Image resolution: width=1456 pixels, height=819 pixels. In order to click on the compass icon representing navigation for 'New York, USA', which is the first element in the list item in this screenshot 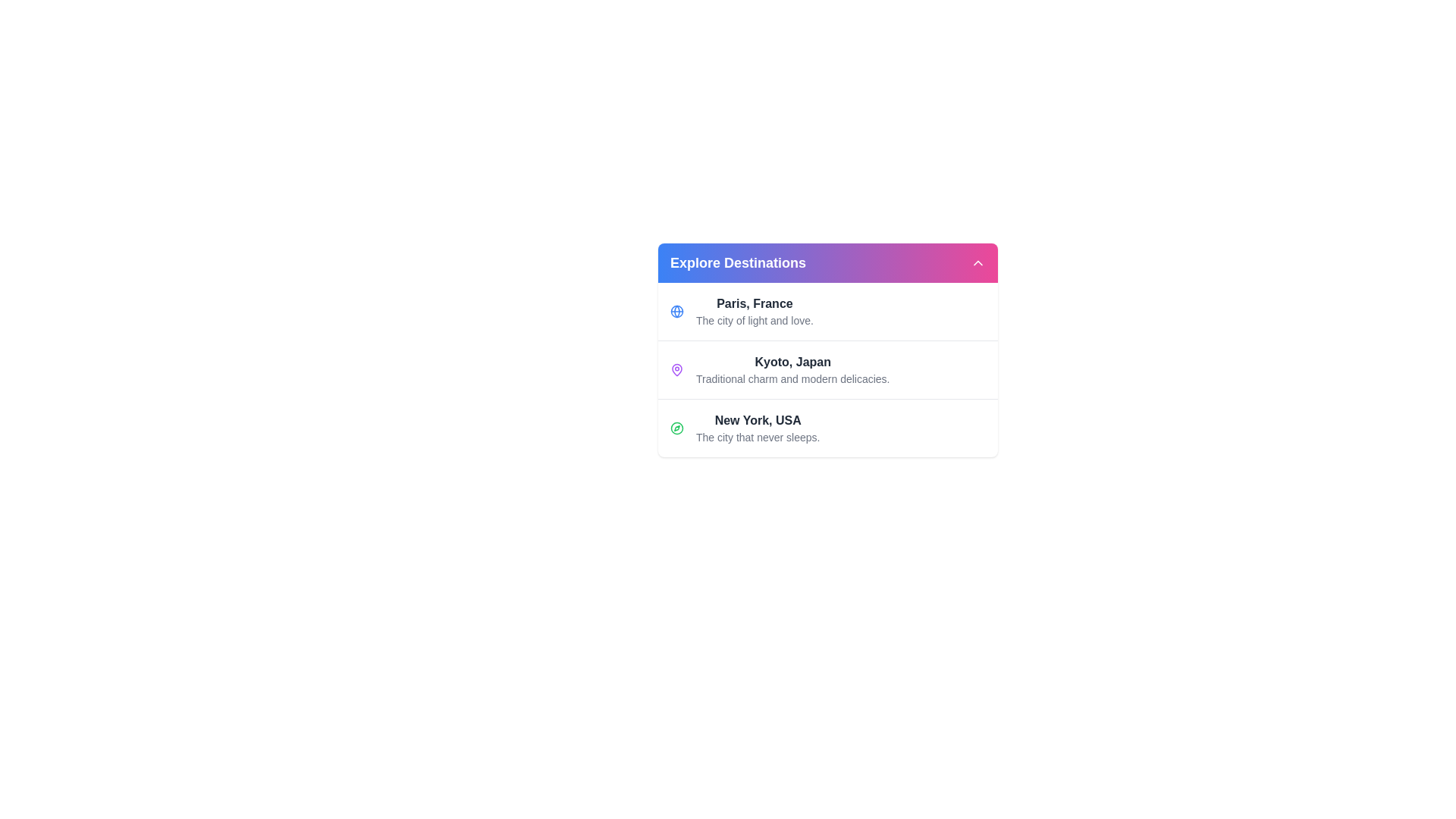, I will do `click(676, 428)`.